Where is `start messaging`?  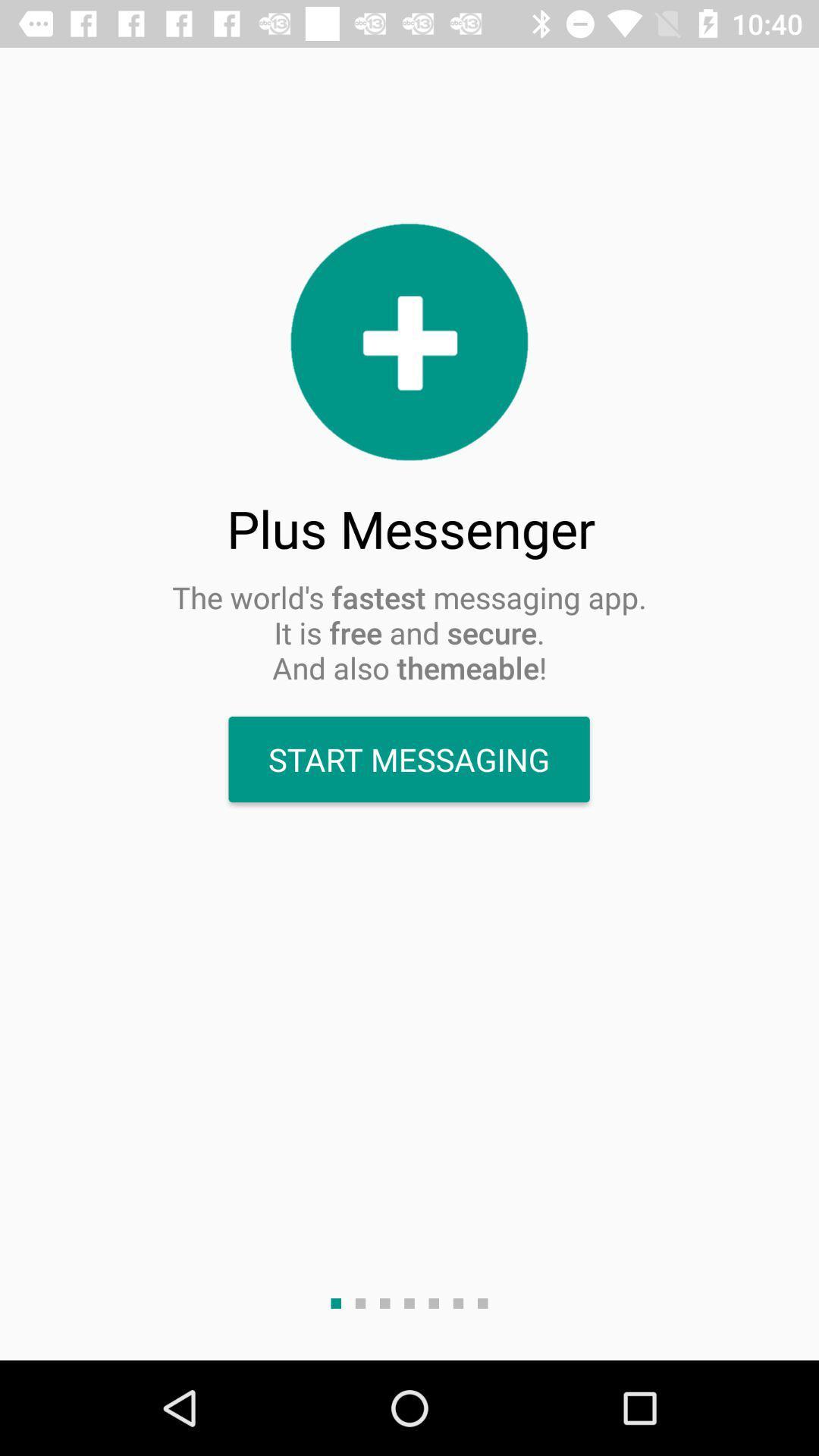 start messaging is located at coordinates (408, 759).